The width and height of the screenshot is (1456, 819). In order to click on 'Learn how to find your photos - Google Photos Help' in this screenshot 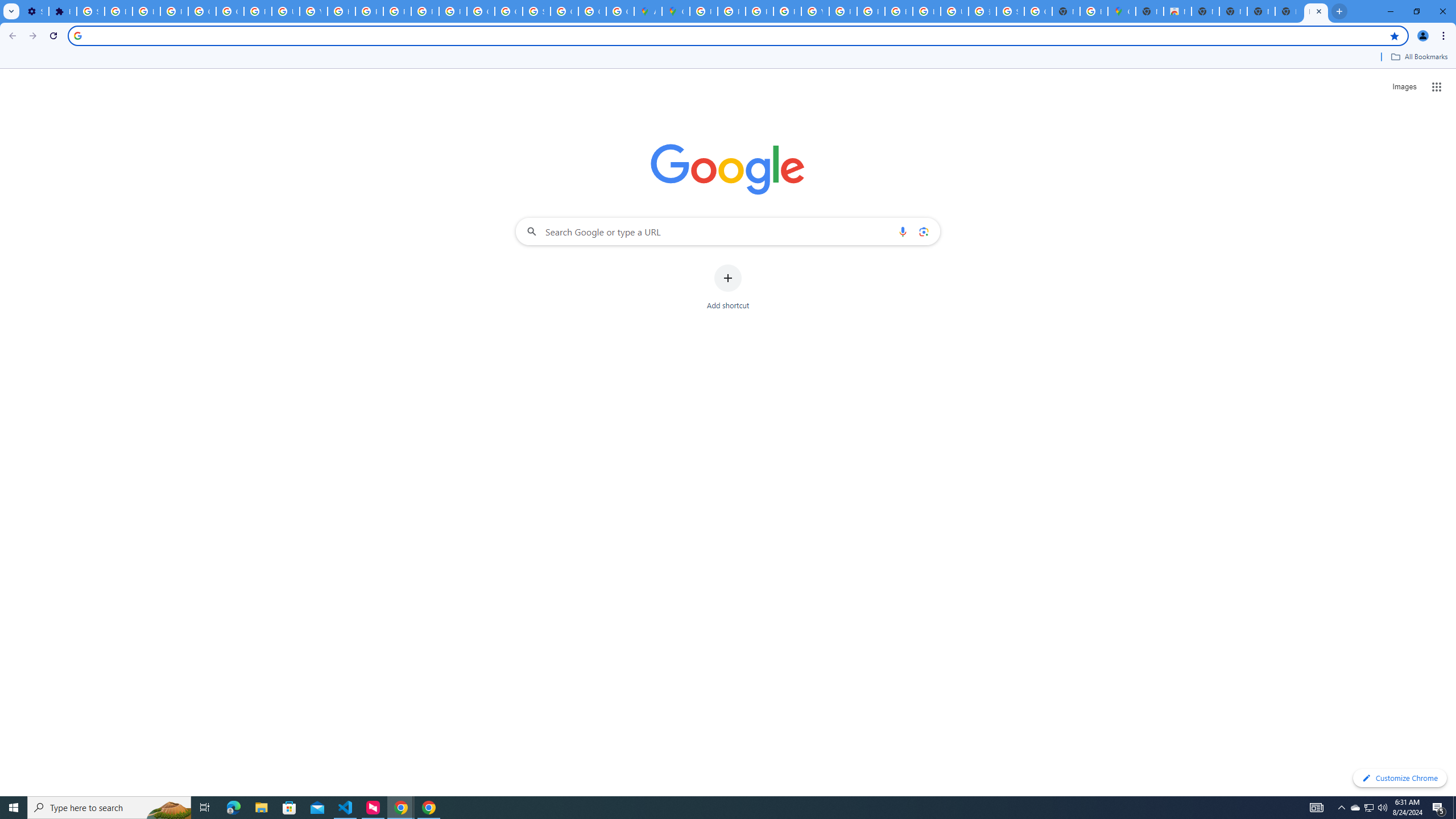, I will do `click(146, 11)`.